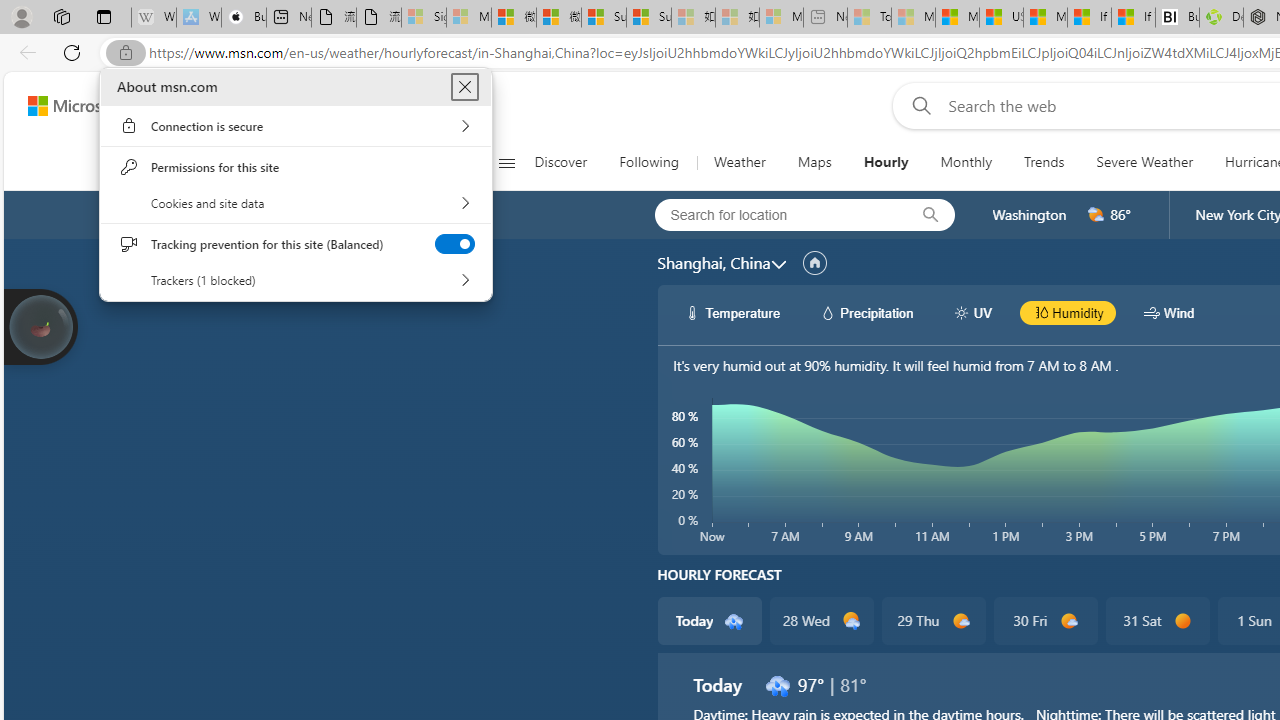 The width and height of the screenshot is (1280, 720). Describe the element at coordinates (932, 620) in the screenshot. I see `'29 Thu d1000'` at that location.